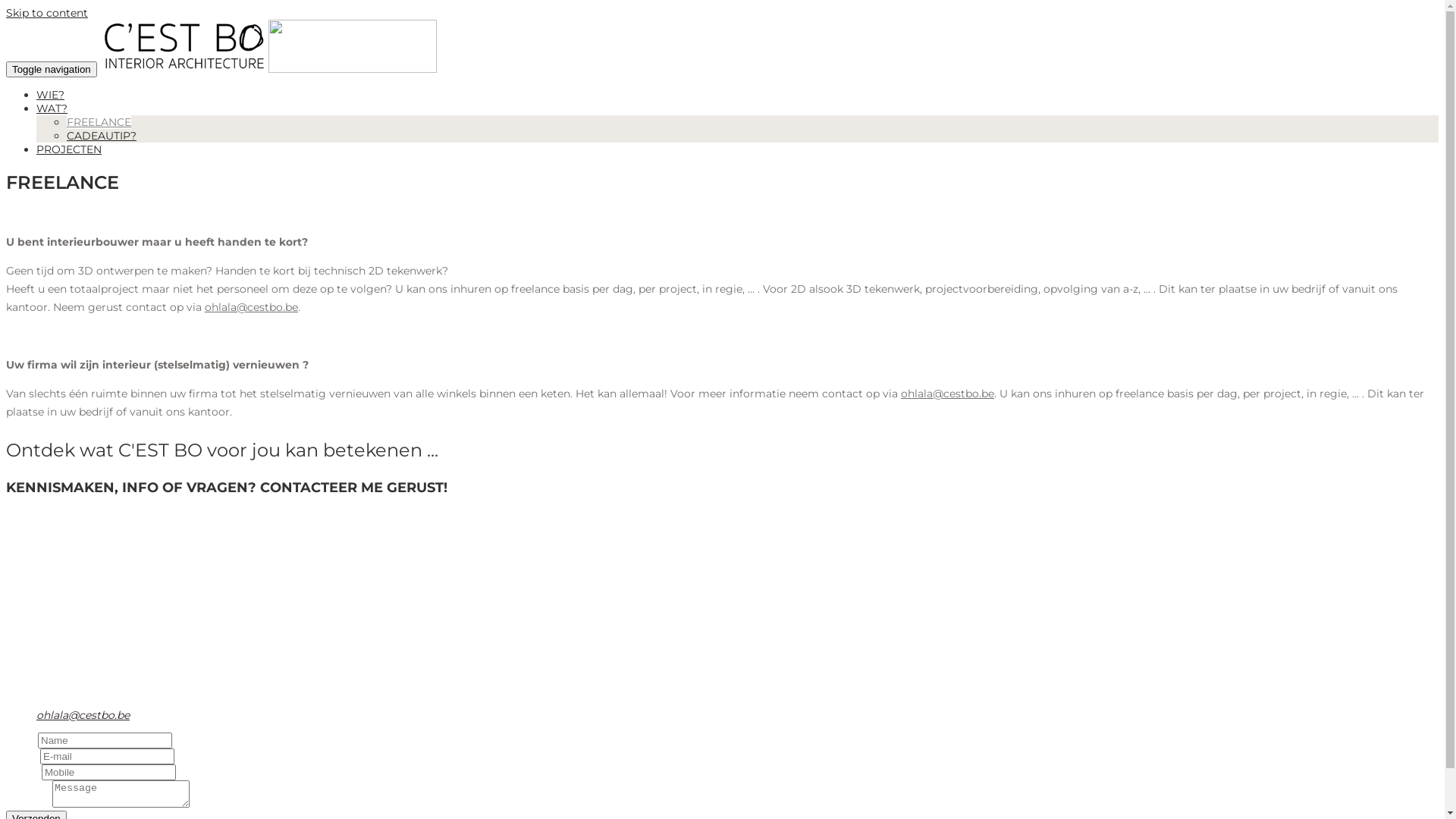  What do you see at coordinates (47, 12) in the screenshot?
I see `'Skip to content'` at bounding box center [47, 12].